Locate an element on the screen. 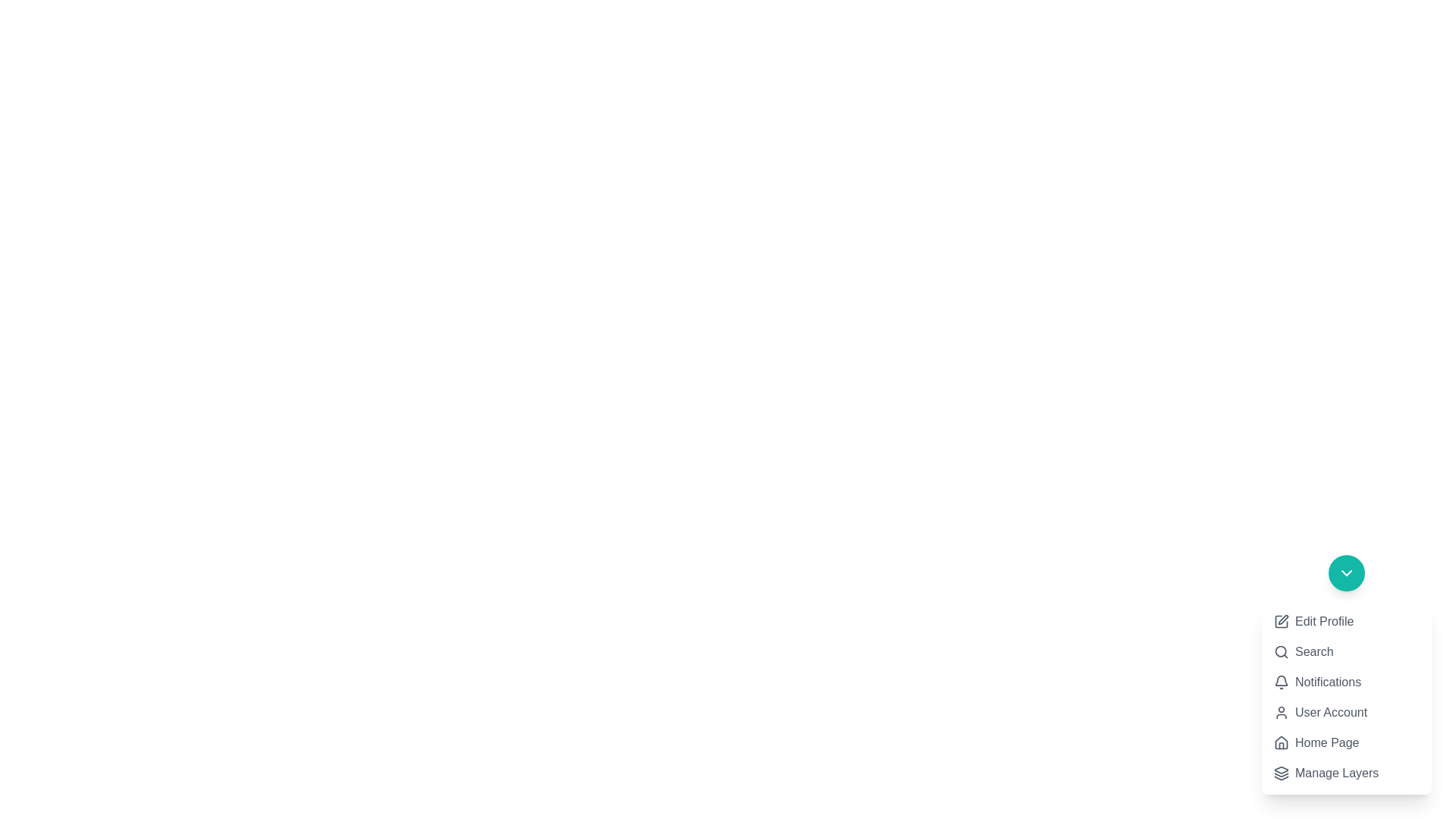 The height and width of the screenshot is (819, 1456). the icon located to the left of the 'Manage Layers' text in the dropdown menu, which serves as a visual identifier for the 'Manage Layers' option is located at coordinates (1280, 773).